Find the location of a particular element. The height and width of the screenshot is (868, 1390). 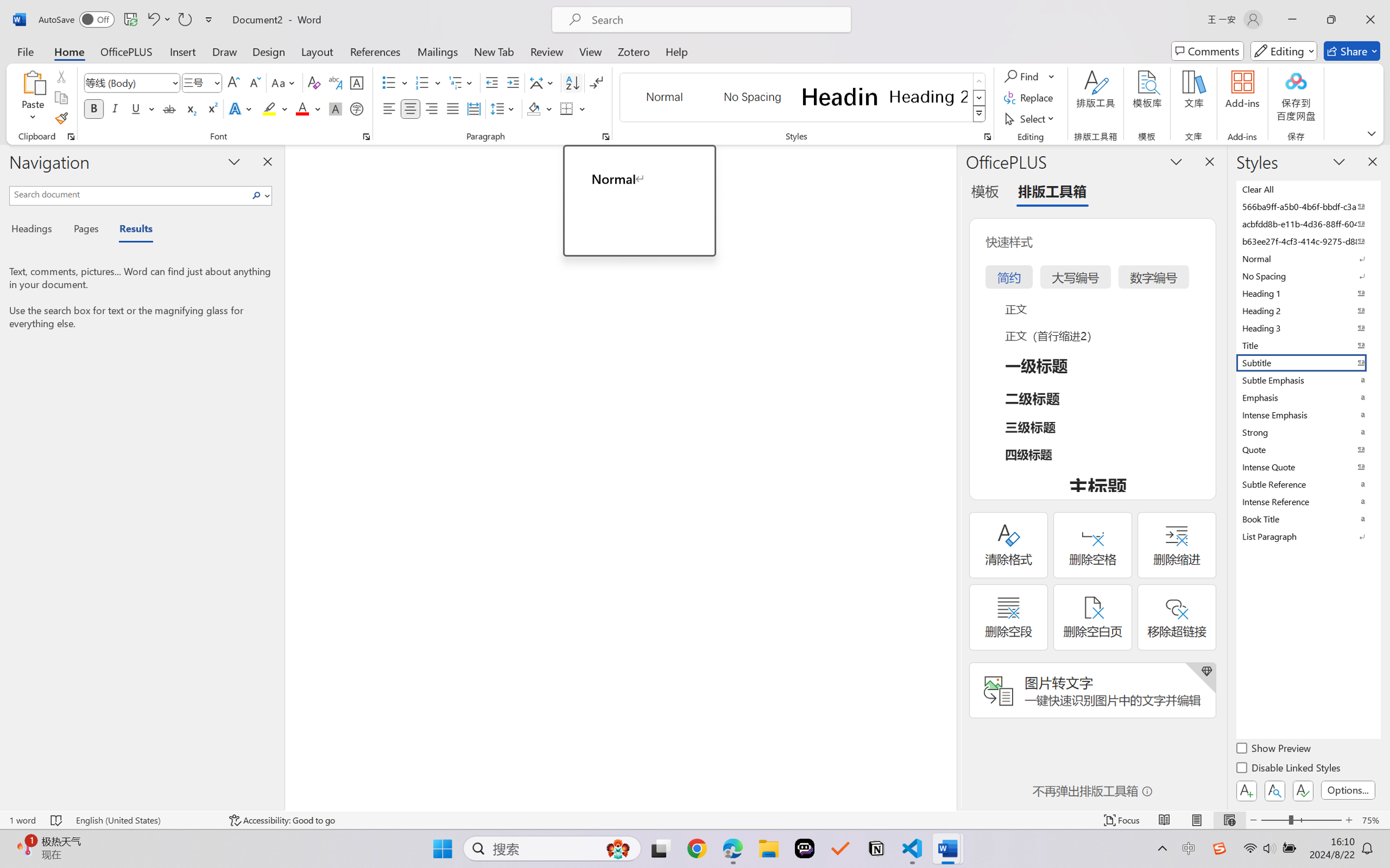

'Character Border' is located at coordinates (357, 83).